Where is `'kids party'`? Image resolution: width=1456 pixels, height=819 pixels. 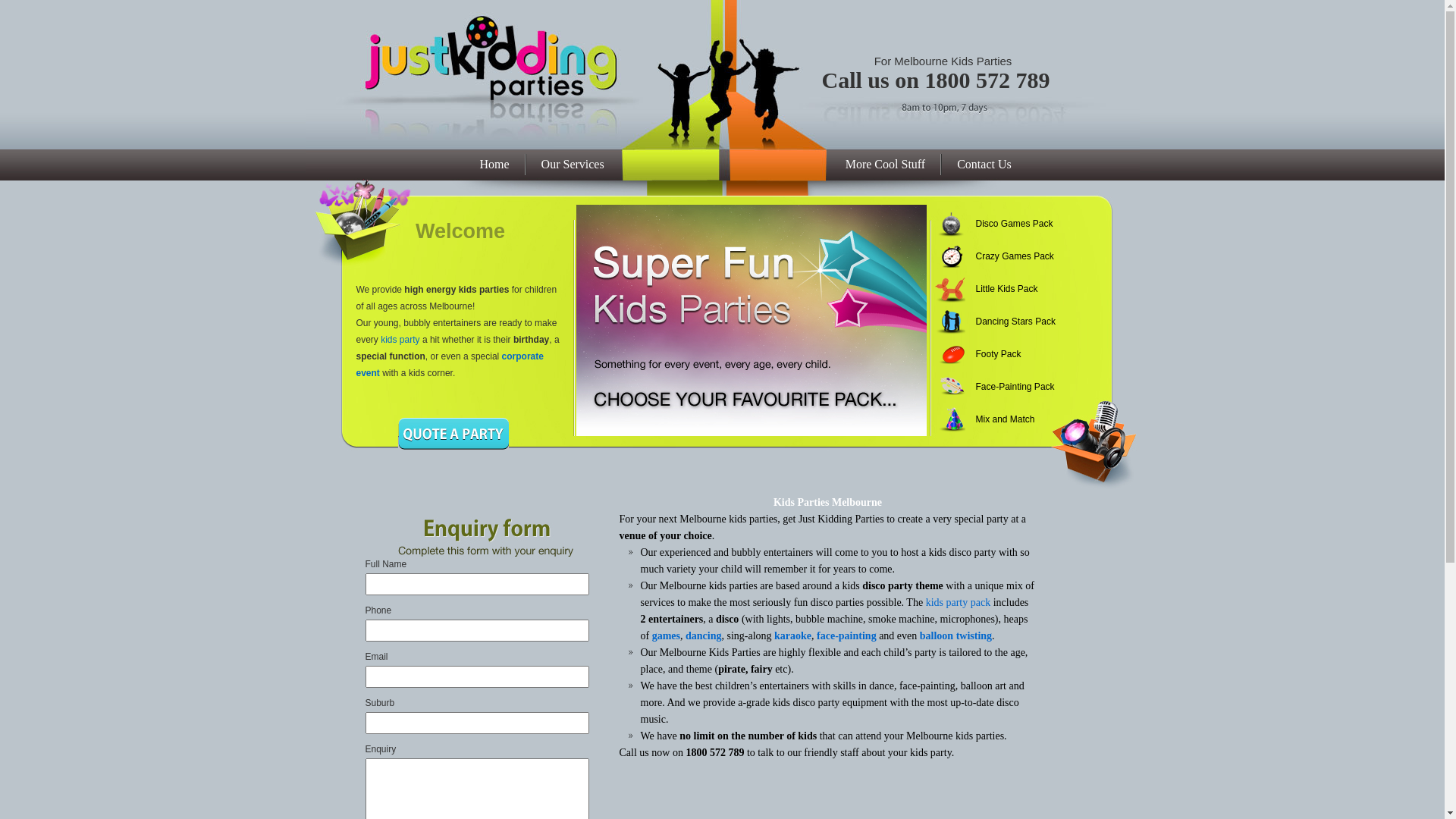 'kids party' is located at coordinates (400, 338).